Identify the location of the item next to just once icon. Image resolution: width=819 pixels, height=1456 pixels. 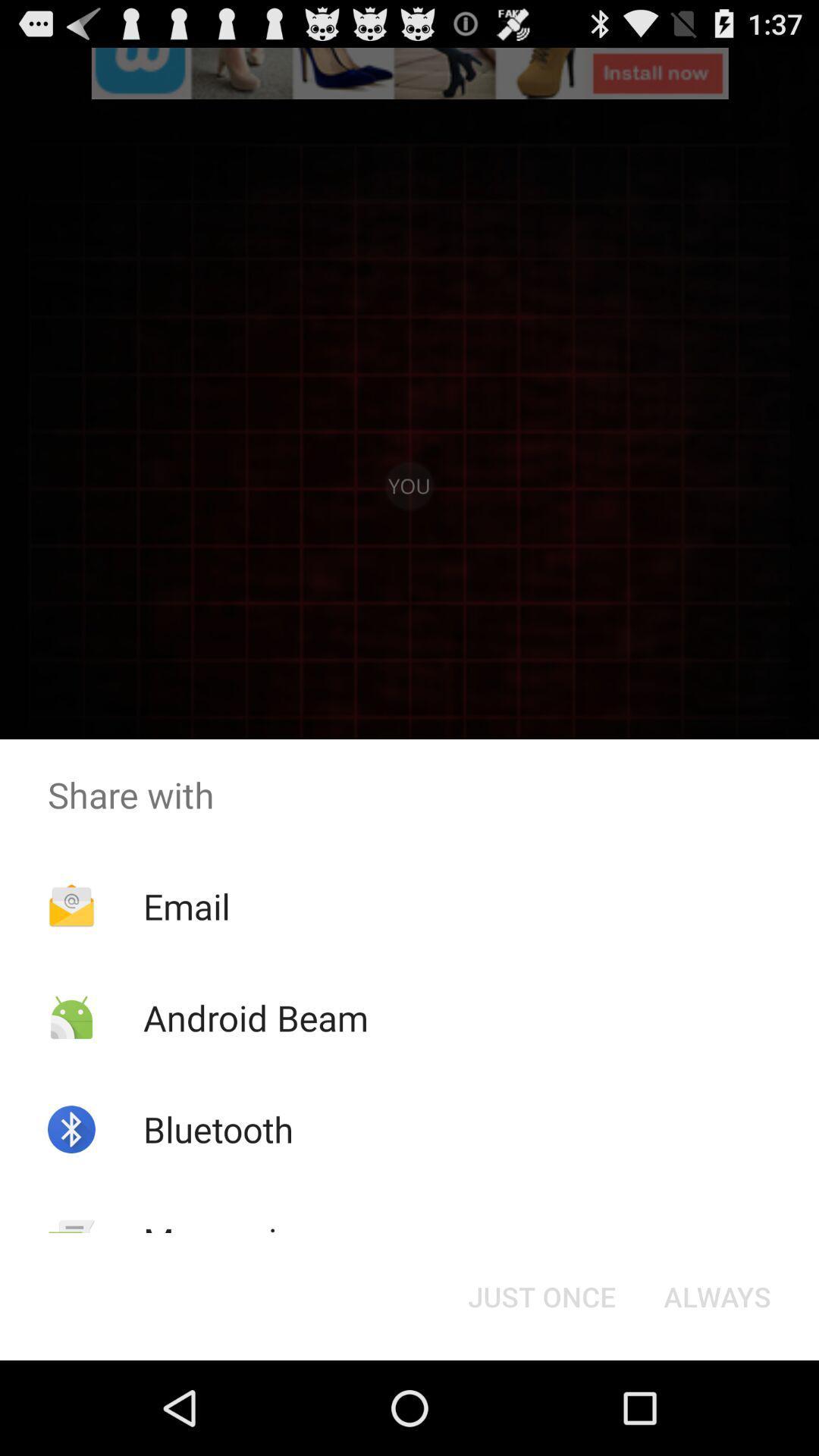
(230, 1241).